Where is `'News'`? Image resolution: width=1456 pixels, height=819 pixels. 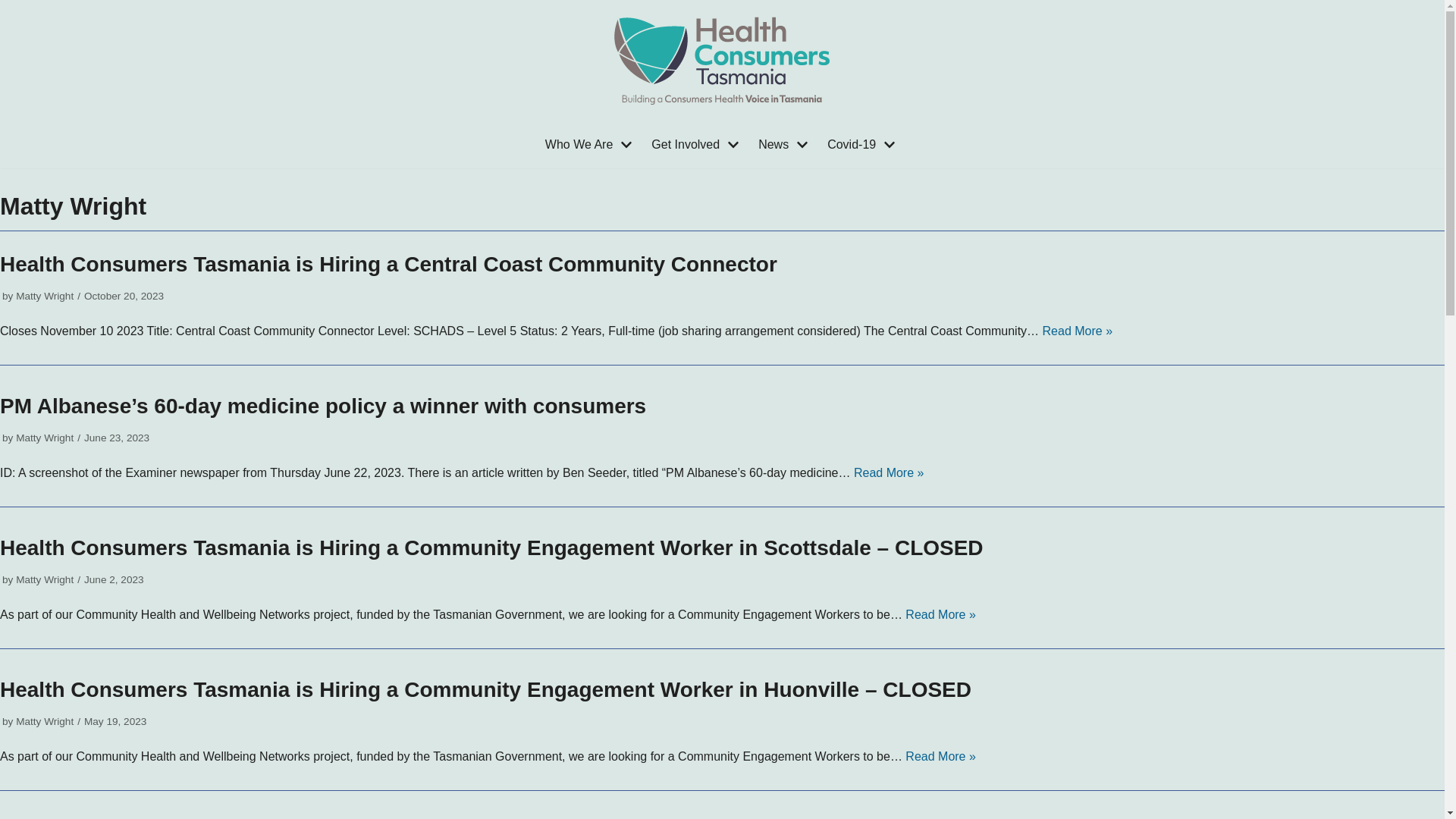 'News' is located at coordinates (785, 145).